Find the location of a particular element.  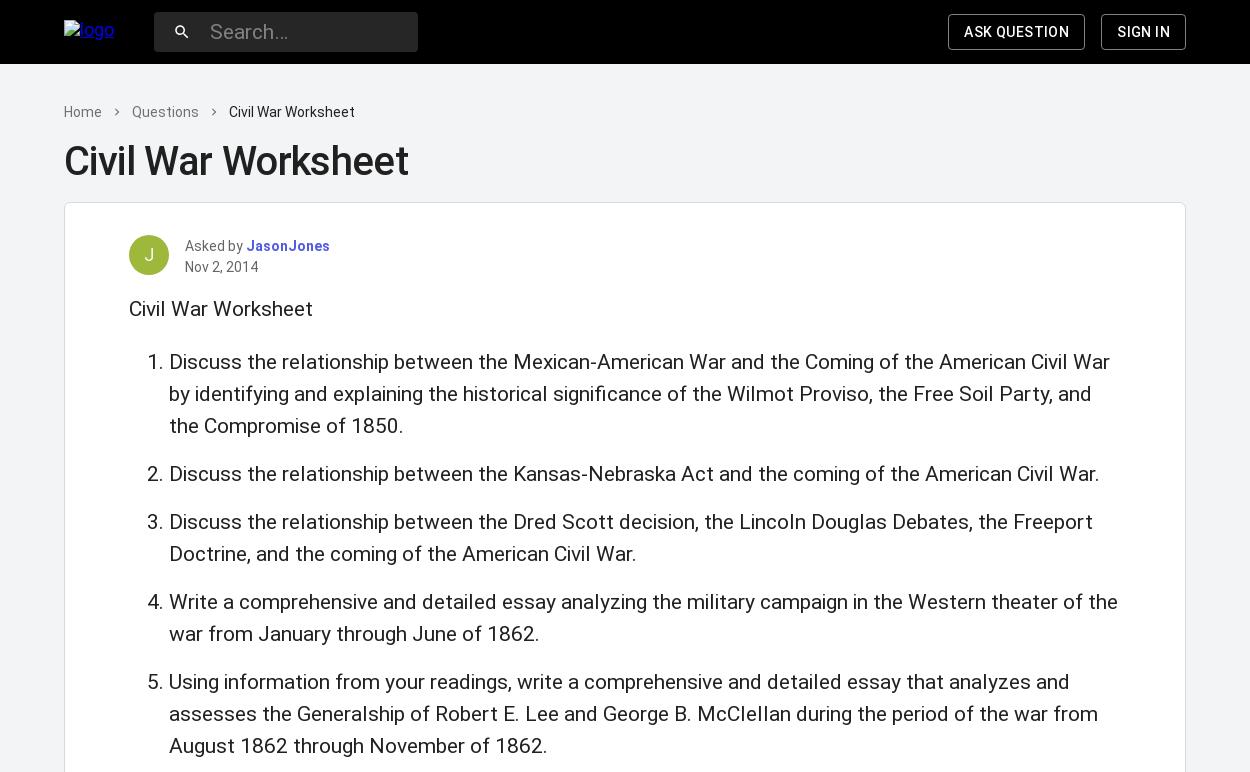

'Home' is located at coordinates (82, 111).